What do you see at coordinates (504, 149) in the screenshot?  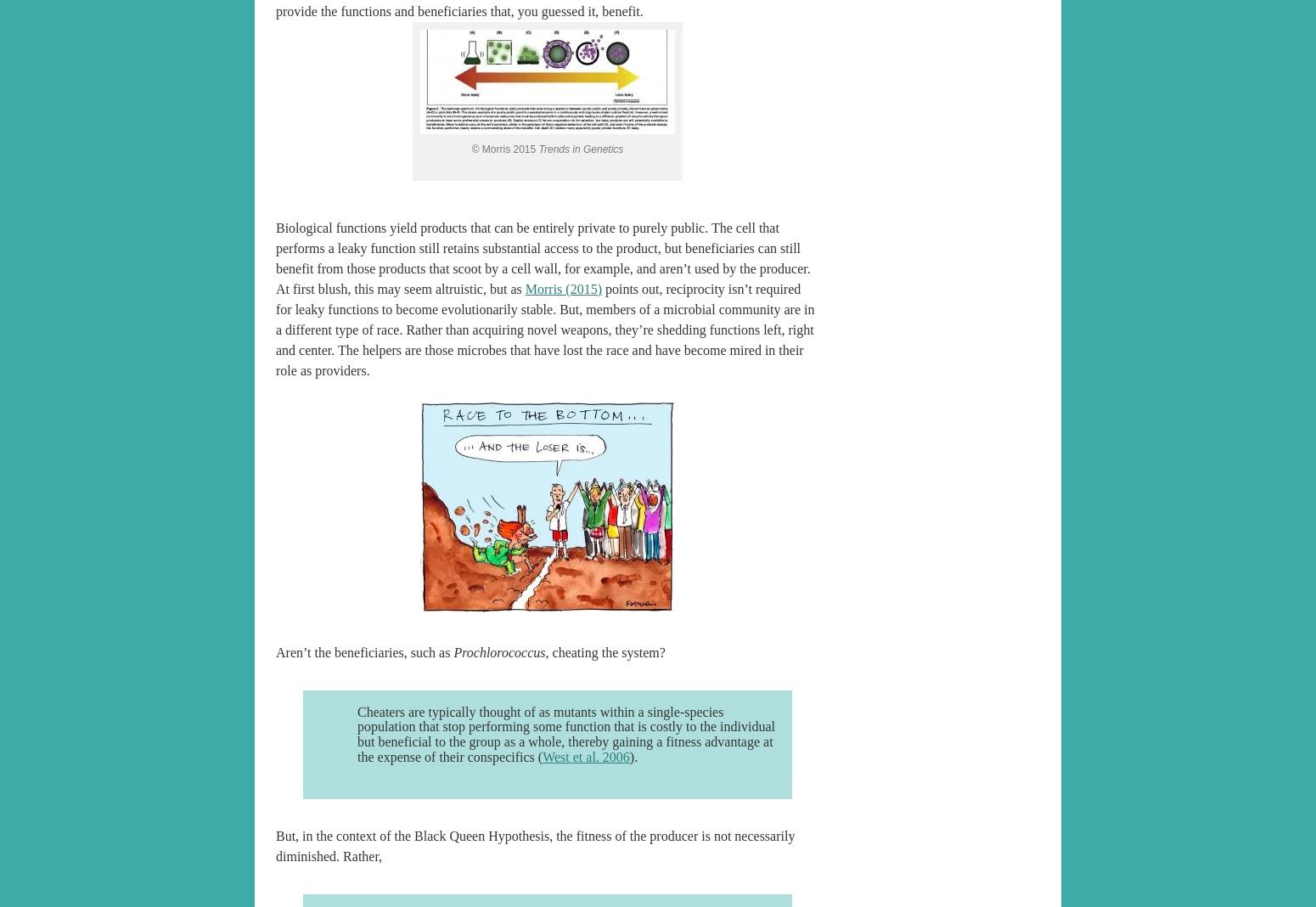 I see `'© Morris 2015'` at bounding box center [504, 149].